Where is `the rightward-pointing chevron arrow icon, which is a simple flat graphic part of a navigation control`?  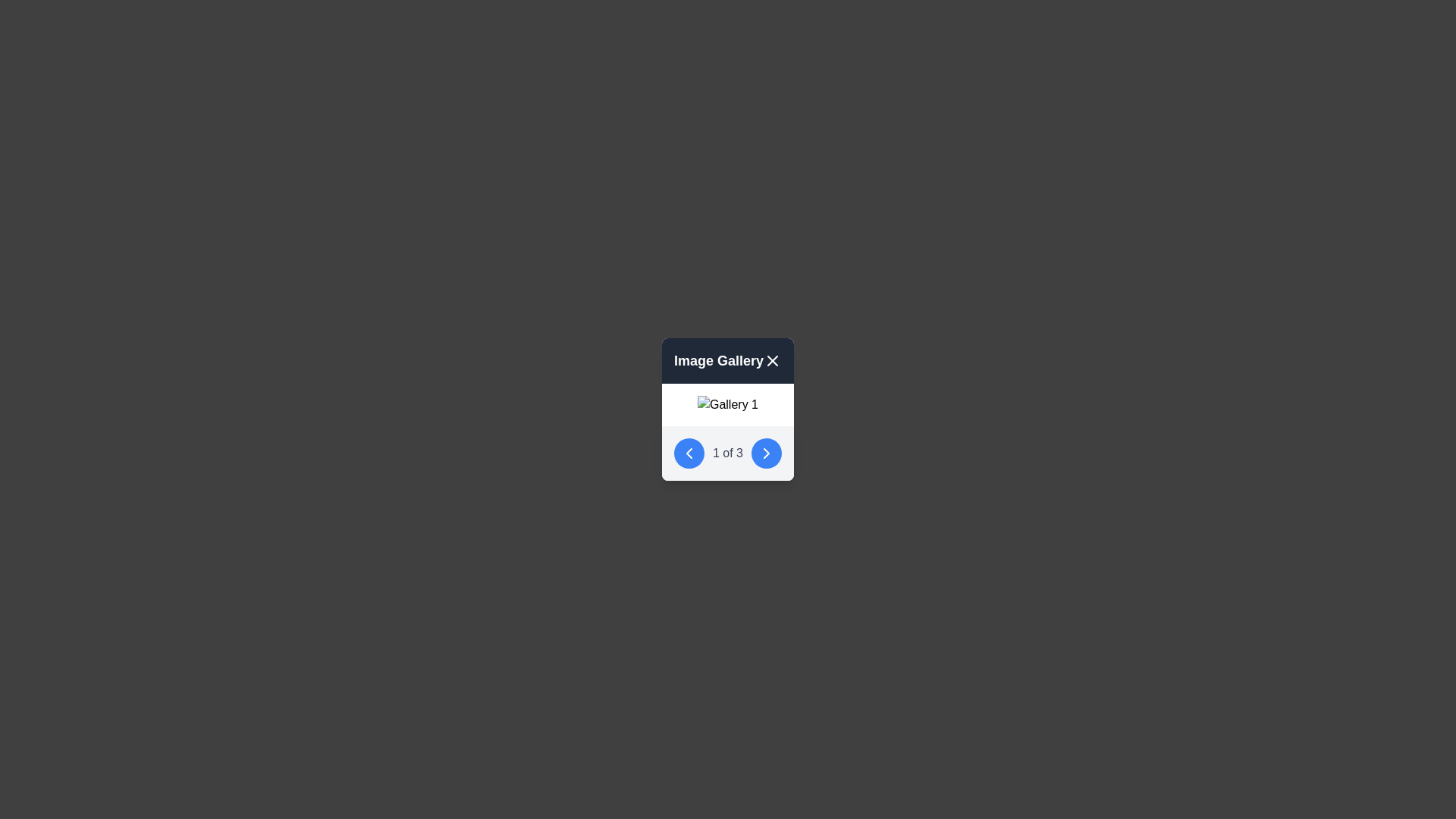
the rightward-pointing chevron arrow icon, which is a simple flat graphic part of a navigation control is located at coordinates (767, 452).